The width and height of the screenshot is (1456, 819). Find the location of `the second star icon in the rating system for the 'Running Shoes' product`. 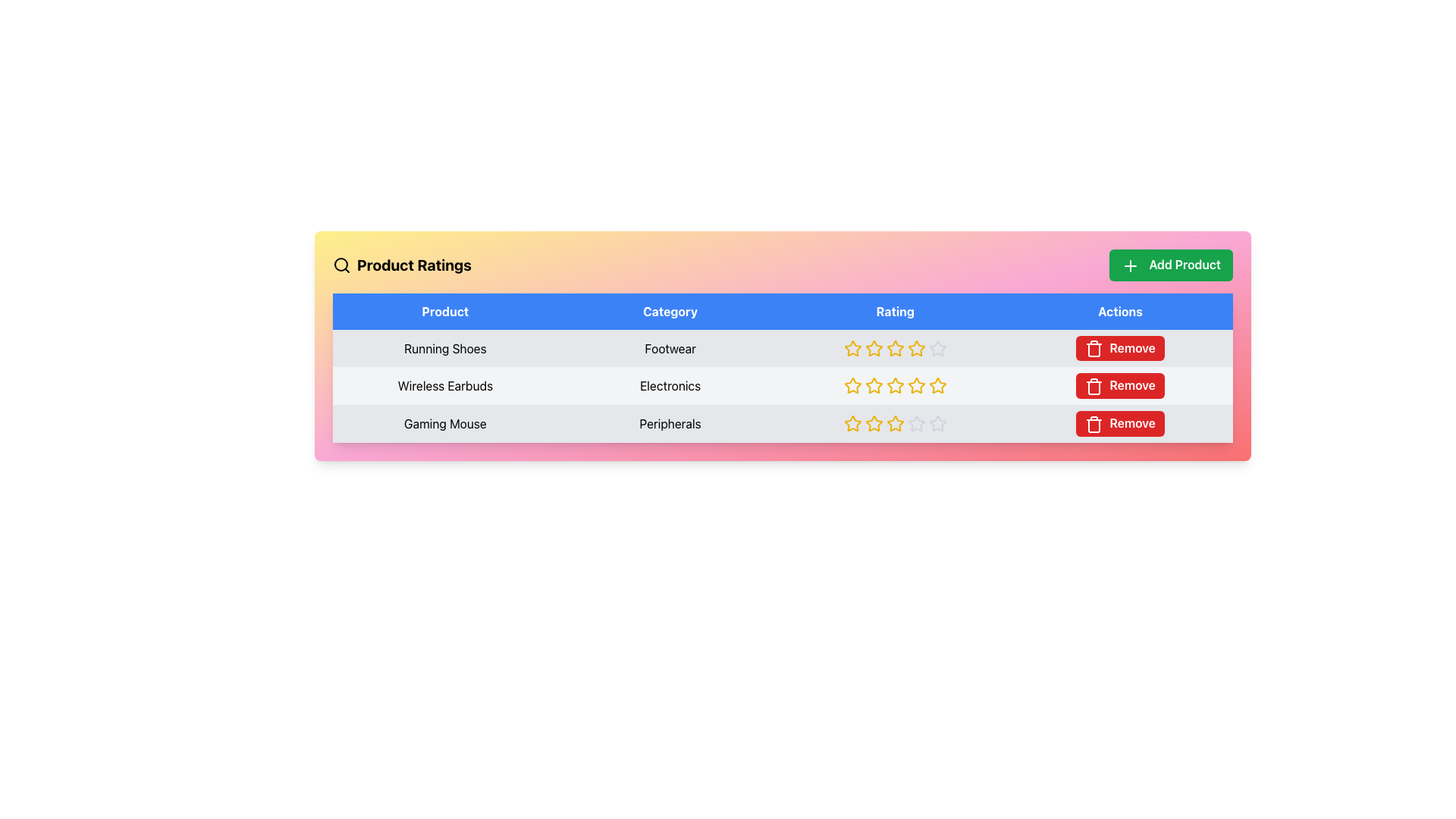

the second star icon in the rating system for the 'Running Shoes' product is located at coordinates (874, 348).